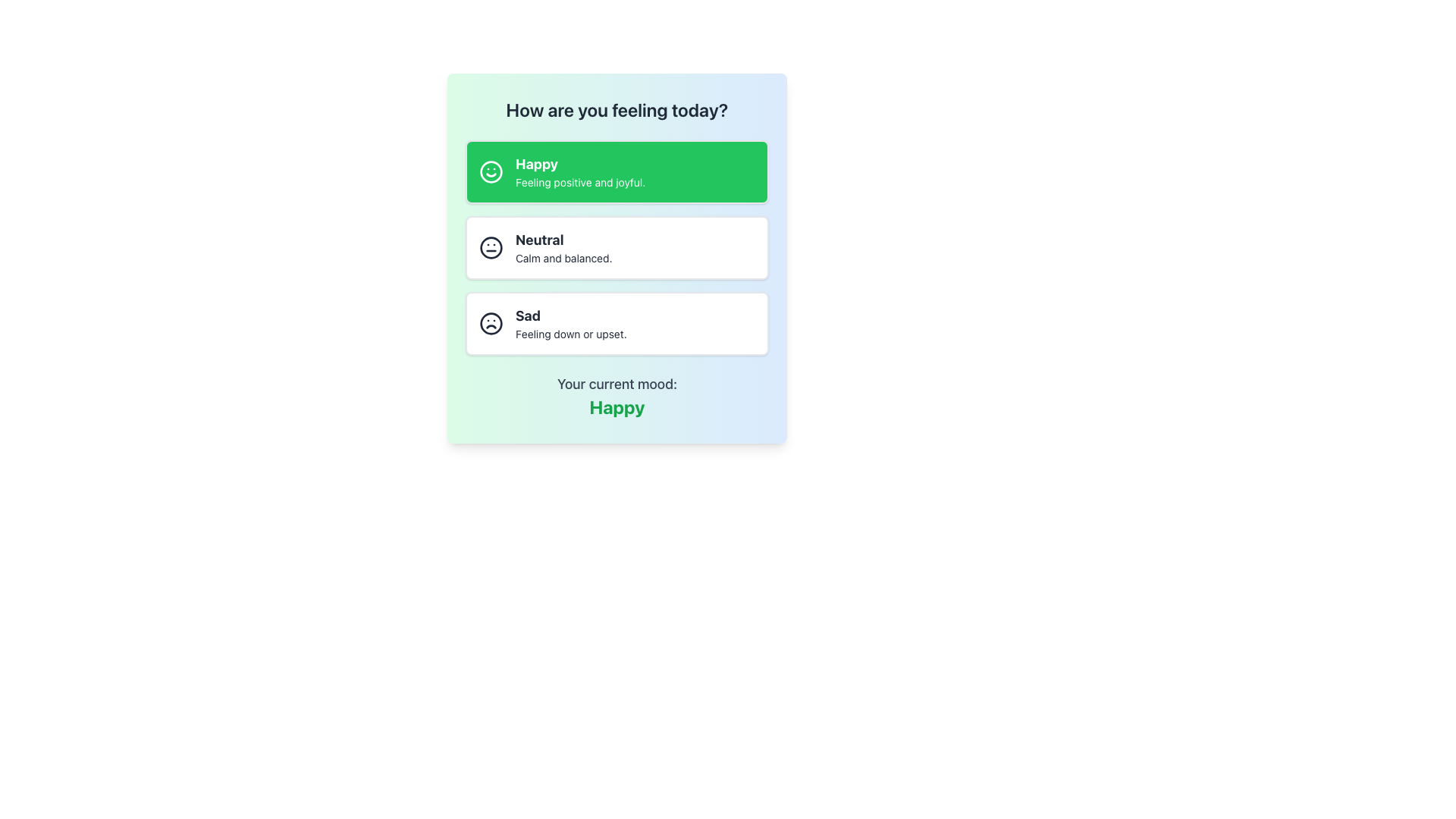 The image size is (1456, 819). What do you see at coordinates (491, 323) in the screenshot?
I see `the SVG Icon representing the 'Sad' mood option, which is located to the left of the 'Sad' text in the third selection of mood options` at bounding box center [491, 323].